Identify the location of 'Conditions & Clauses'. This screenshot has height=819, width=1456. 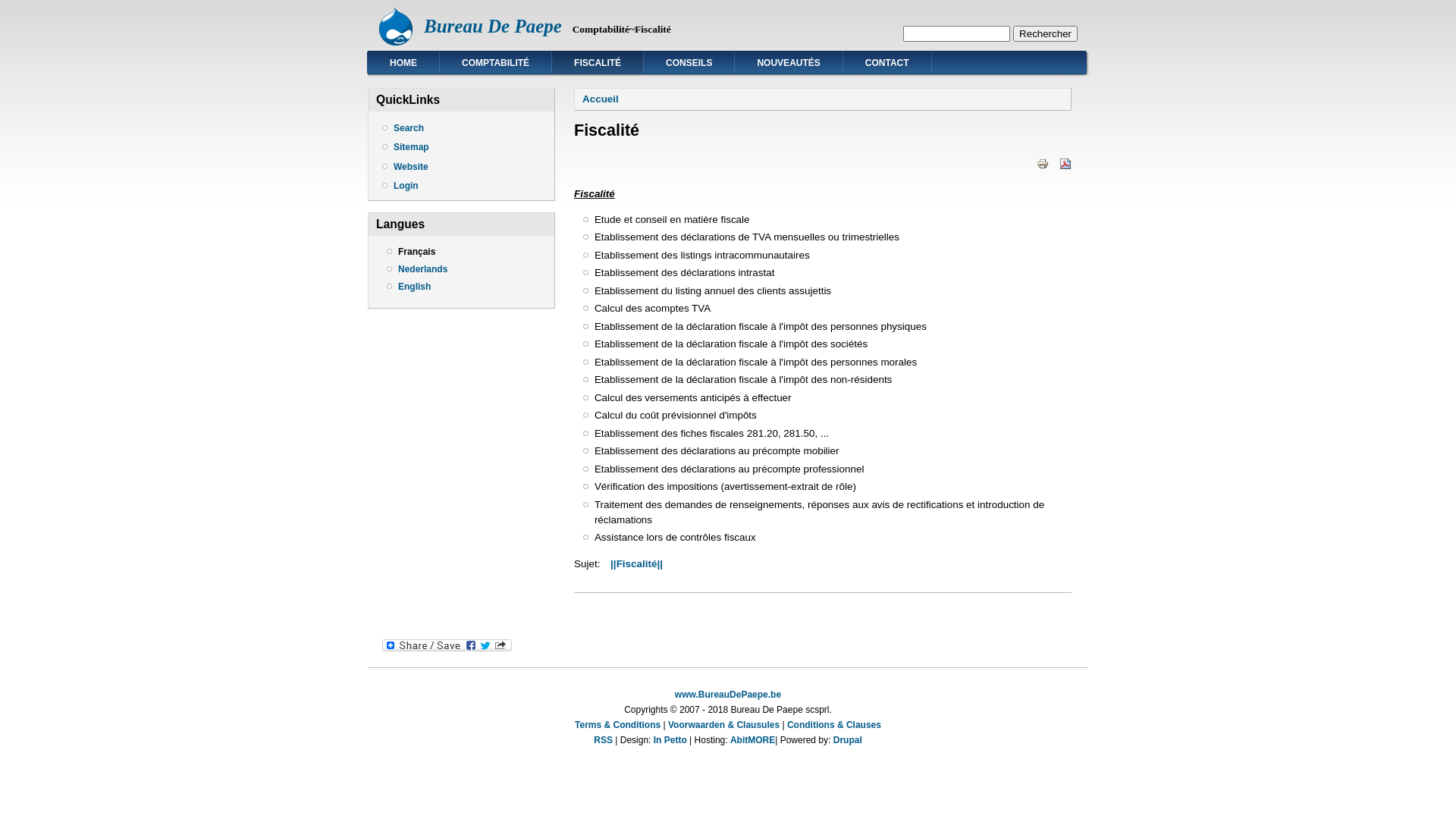
(833, 724).